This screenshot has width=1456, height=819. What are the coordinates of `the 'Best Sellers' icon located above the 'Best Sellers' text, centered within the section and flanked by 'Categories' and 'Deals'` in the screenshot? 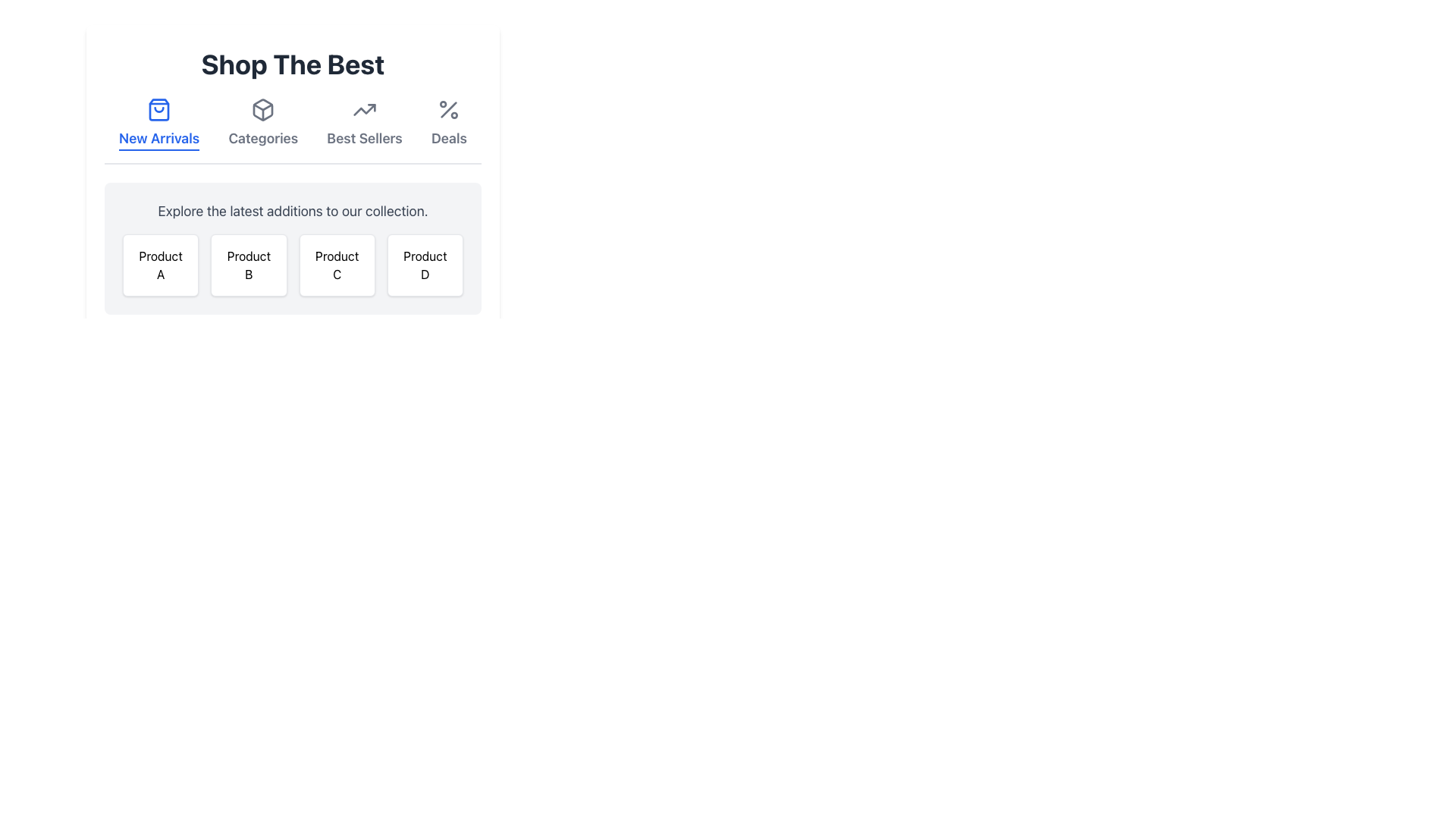 It's located at (365, 109).